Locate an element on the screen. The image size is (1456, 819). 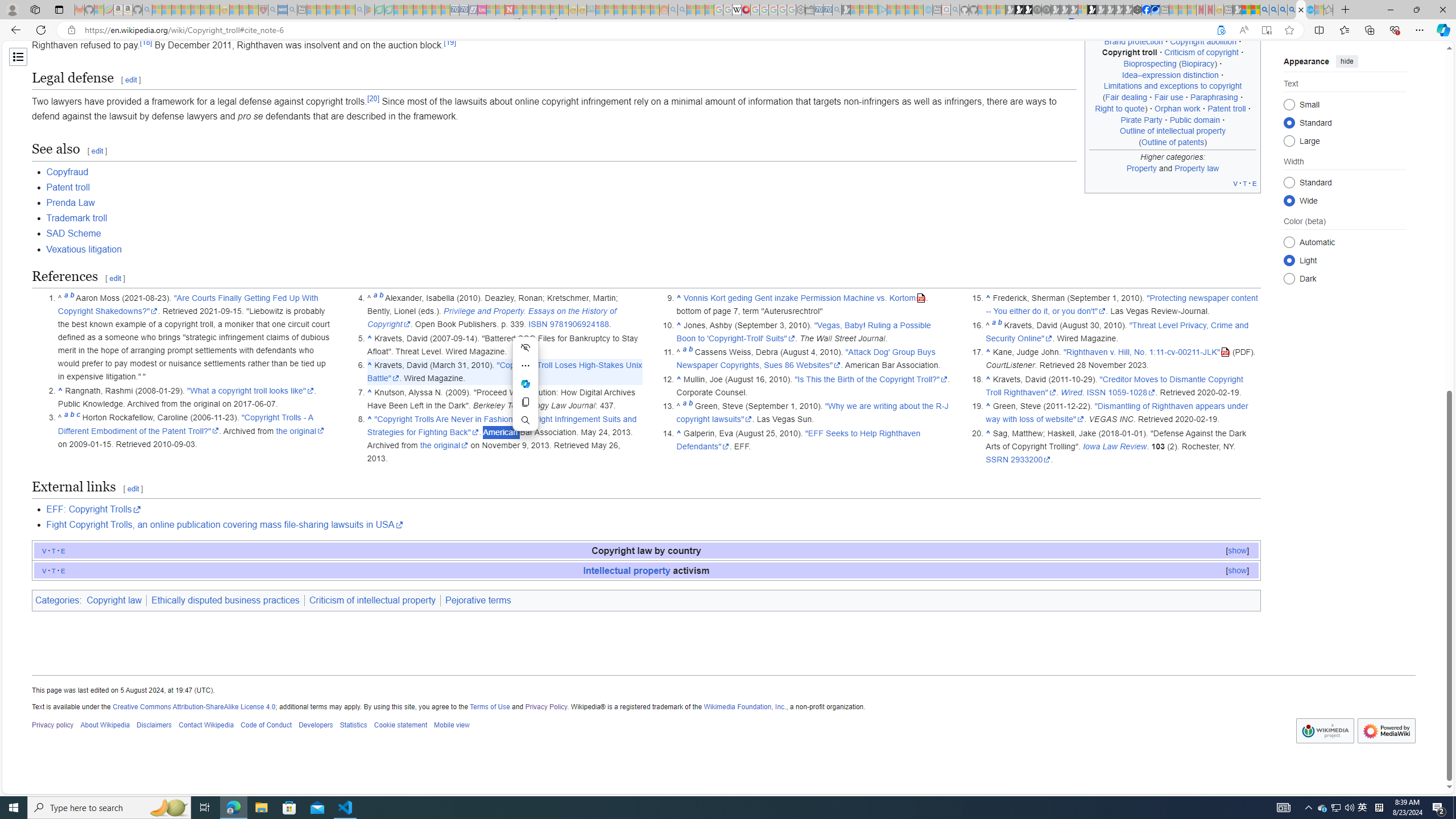
'Wide' is located at coordinates (1289, 200).